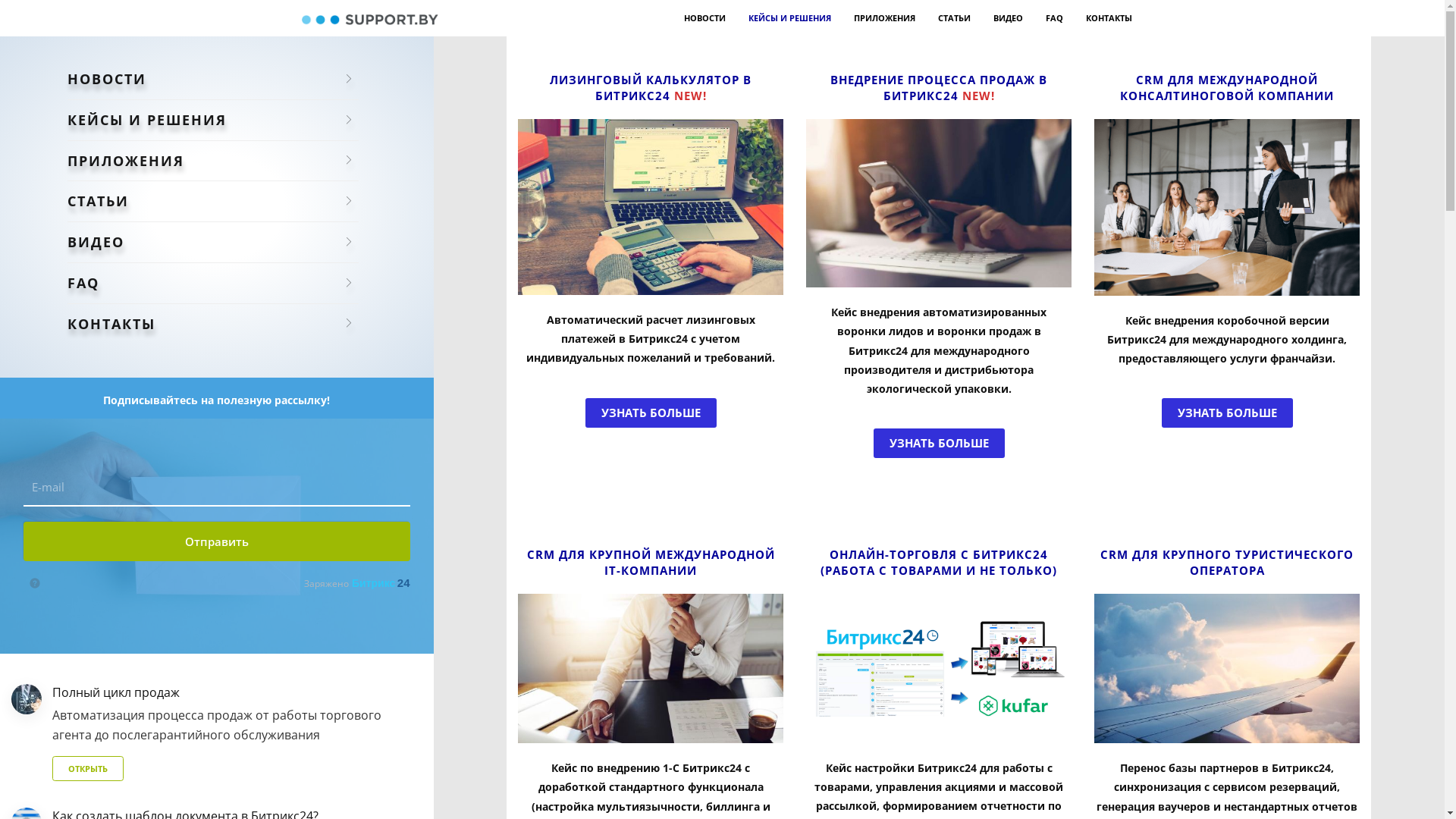 Image resolution: width=1456 pixels, height=819 pixels. I want to click on 'FAQ', so click(1053, 17).